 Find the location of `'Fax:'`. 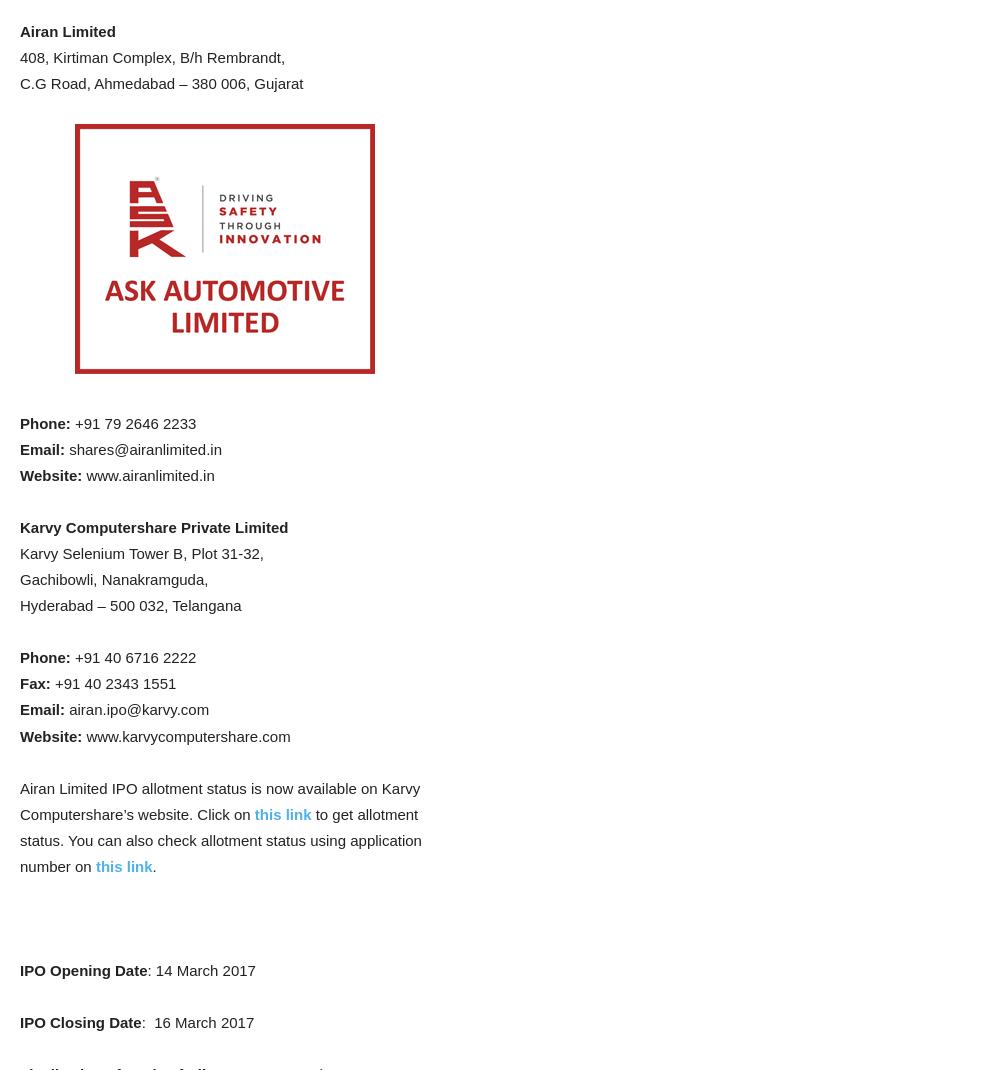

'Fax:' is located at coordinates (18, 683).